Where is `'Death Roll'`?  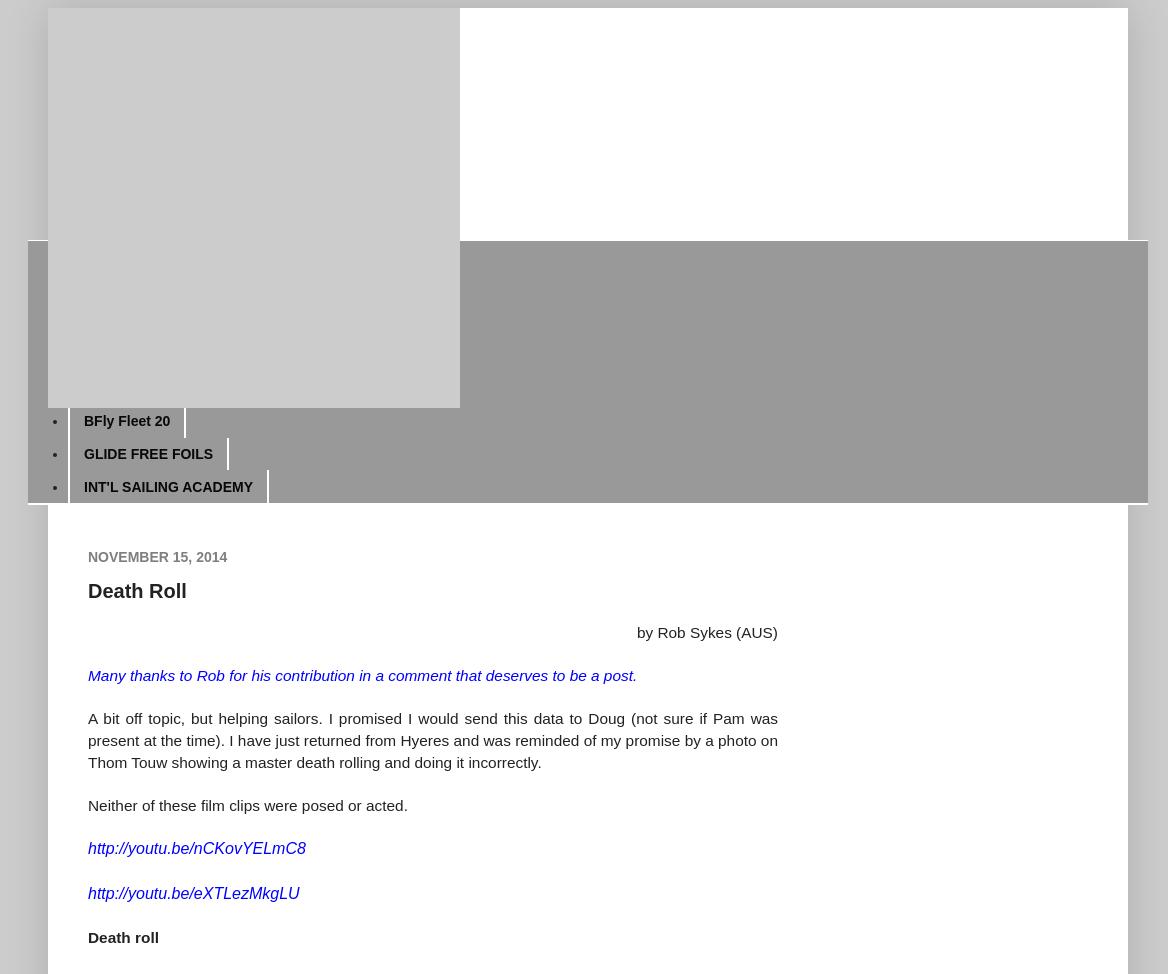
'Death Roll' is located at coordinates (136, 590).